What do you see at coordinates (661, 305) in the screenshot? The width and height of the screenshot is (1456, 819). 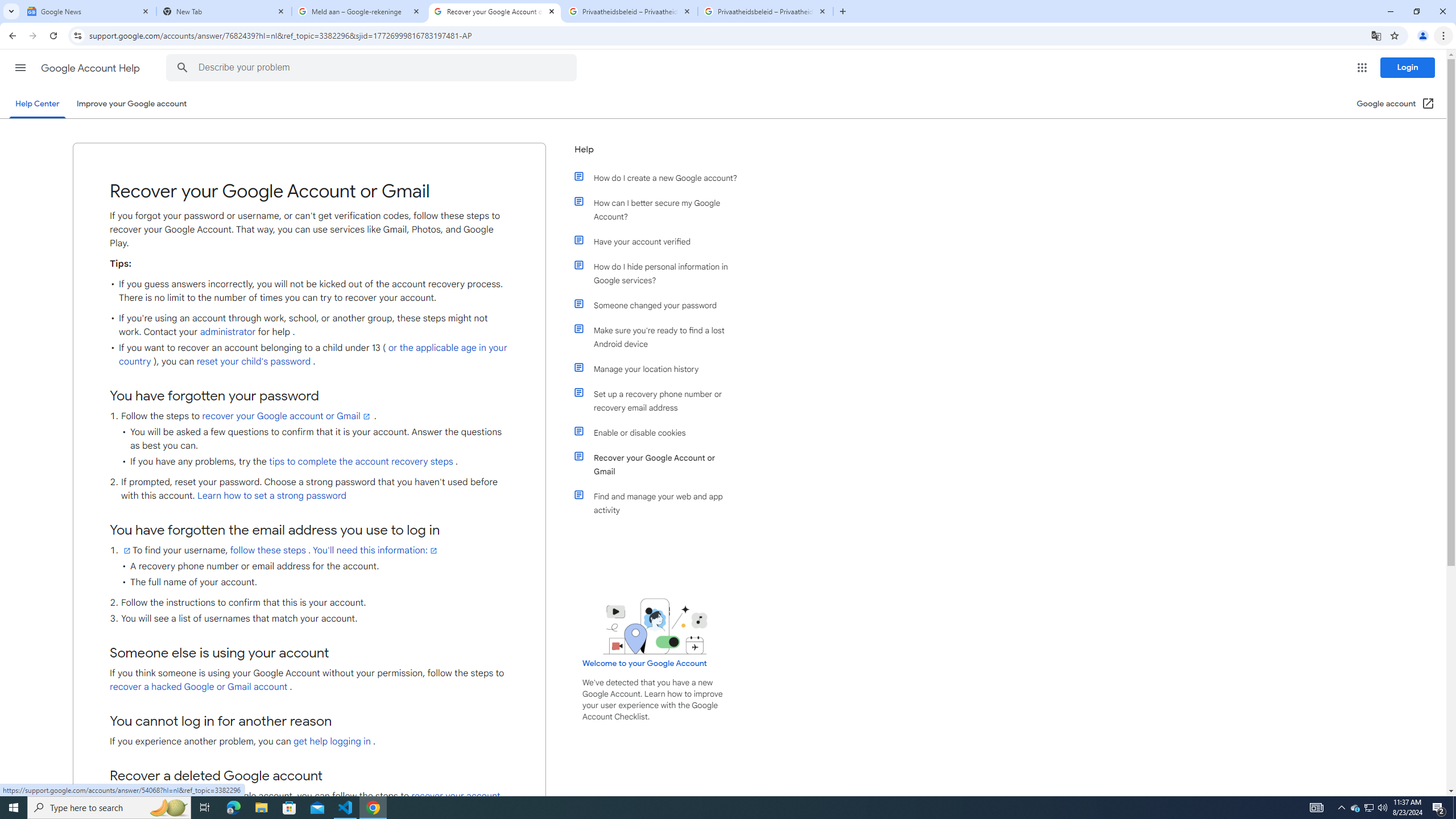 I see `'Someone changed your password'` at bounding box center [661, 305].